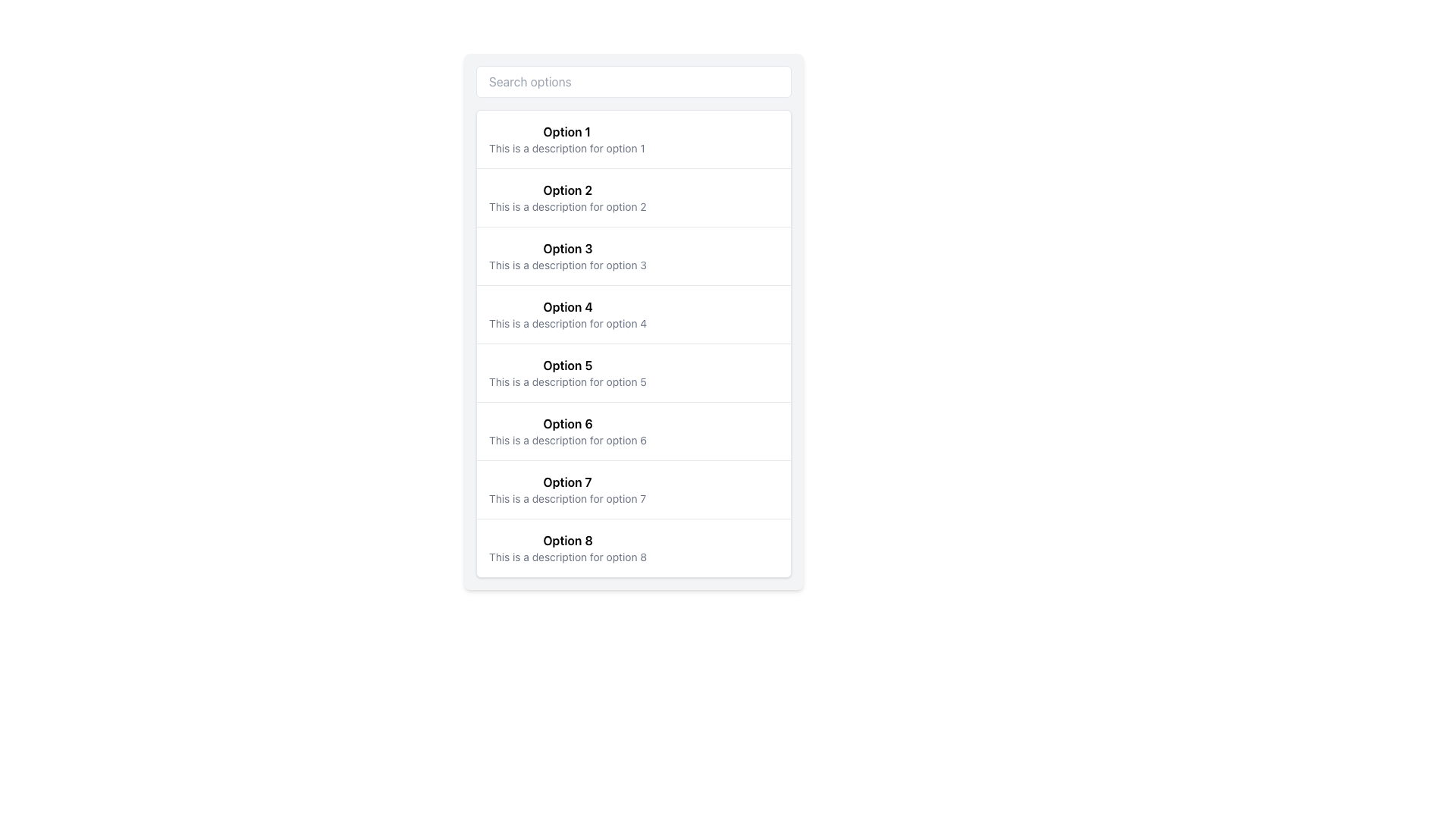  Describe the element at coordinates (567, 323) in the screenshot. I see `the text element that says 'This is a description for option 4', which is styled in gray and located beneath the label 'Option 4'` at that location.